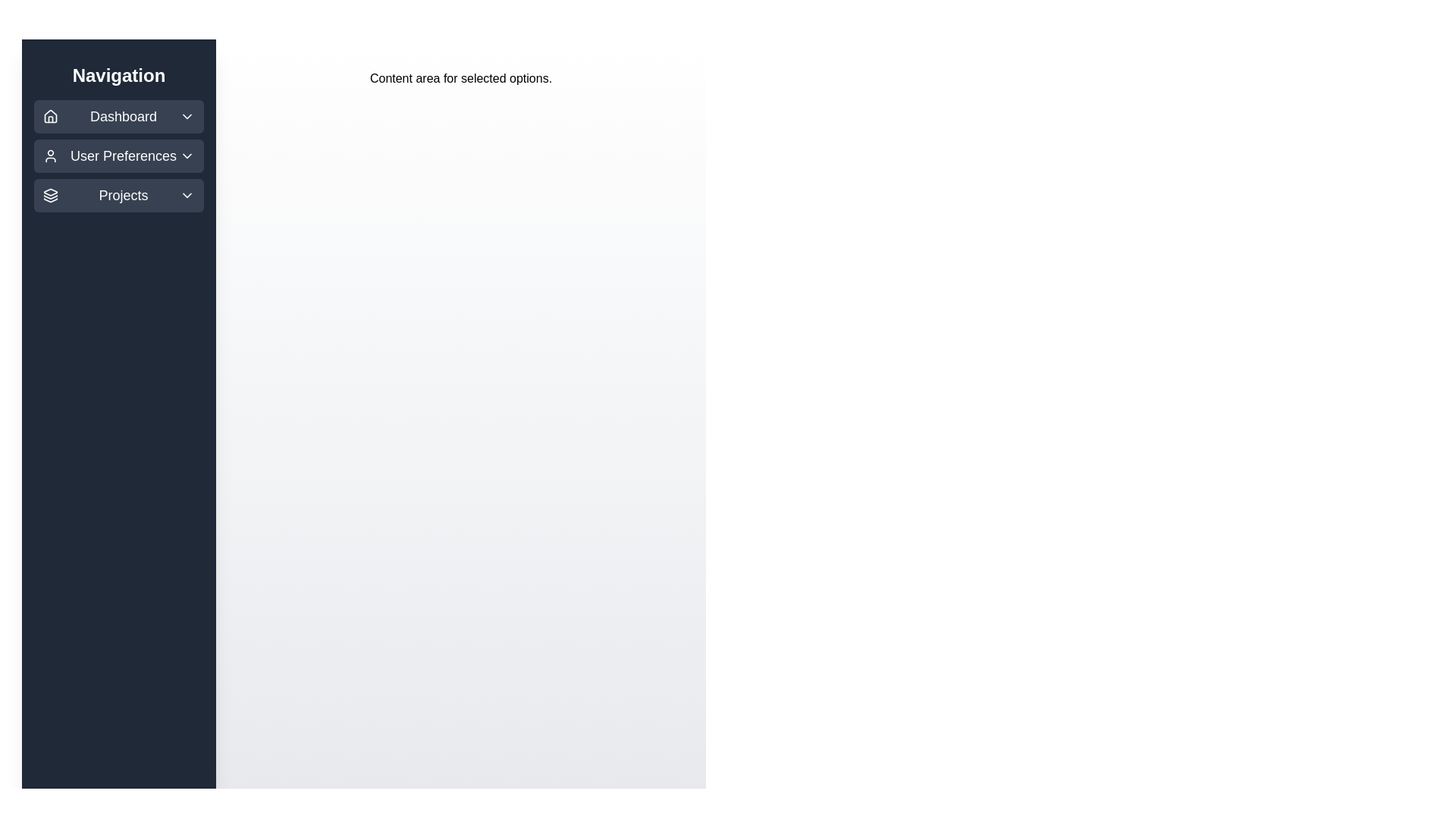  I want to click on text label 'Projects' located in the navigation sidebar, styled with a large font size and contrasting white color against a dark background, positioned as the third item in the list, so click(124, 195).